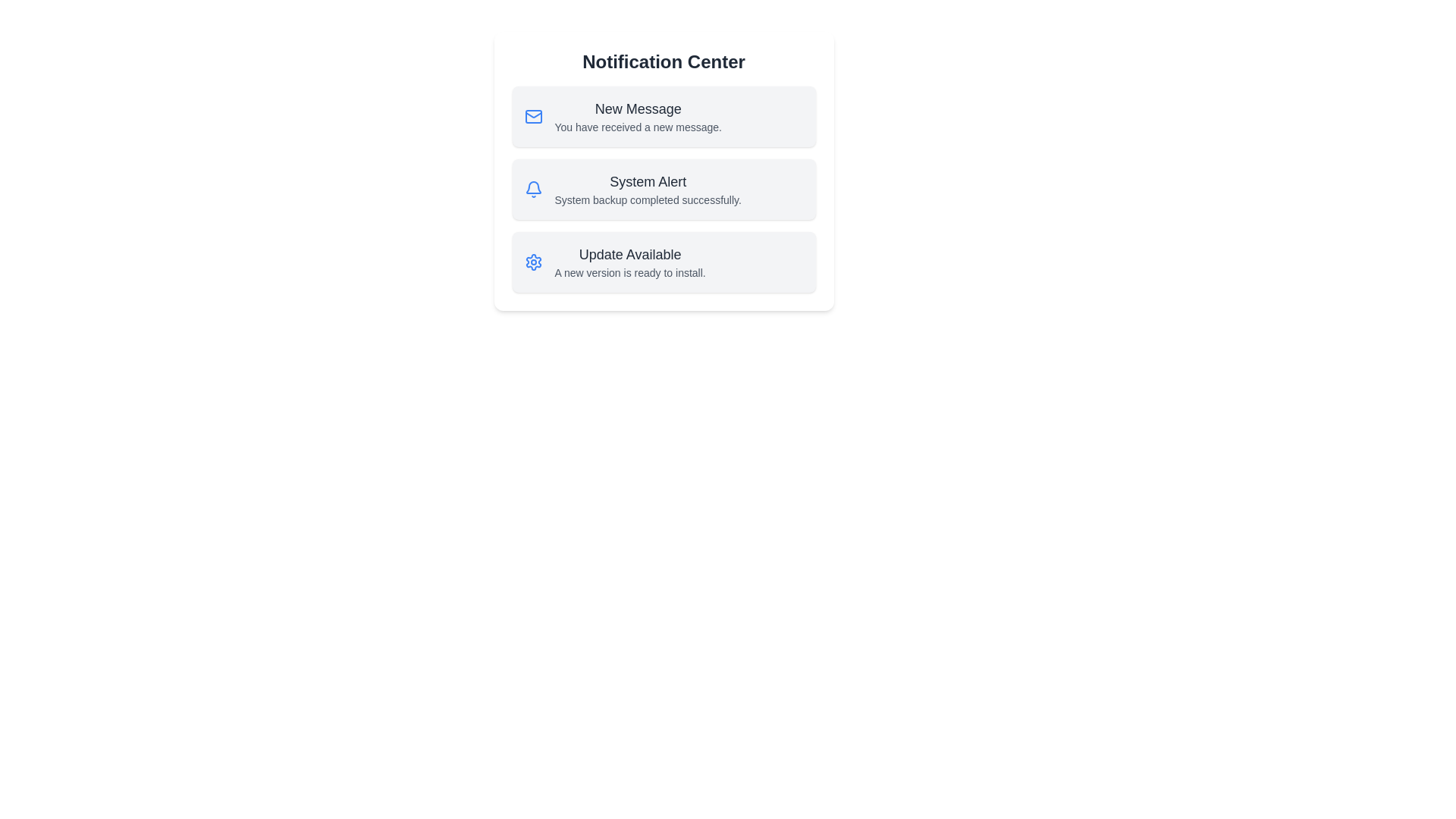 This screenshot has width=1456, height=819. What do you see at coordinates (533, 262) in the screenshot?
I see `the blue gear icon representing settings, located next to the text 'Update Available' in the third notification item of the notification center` at bounding box center [533, 262].